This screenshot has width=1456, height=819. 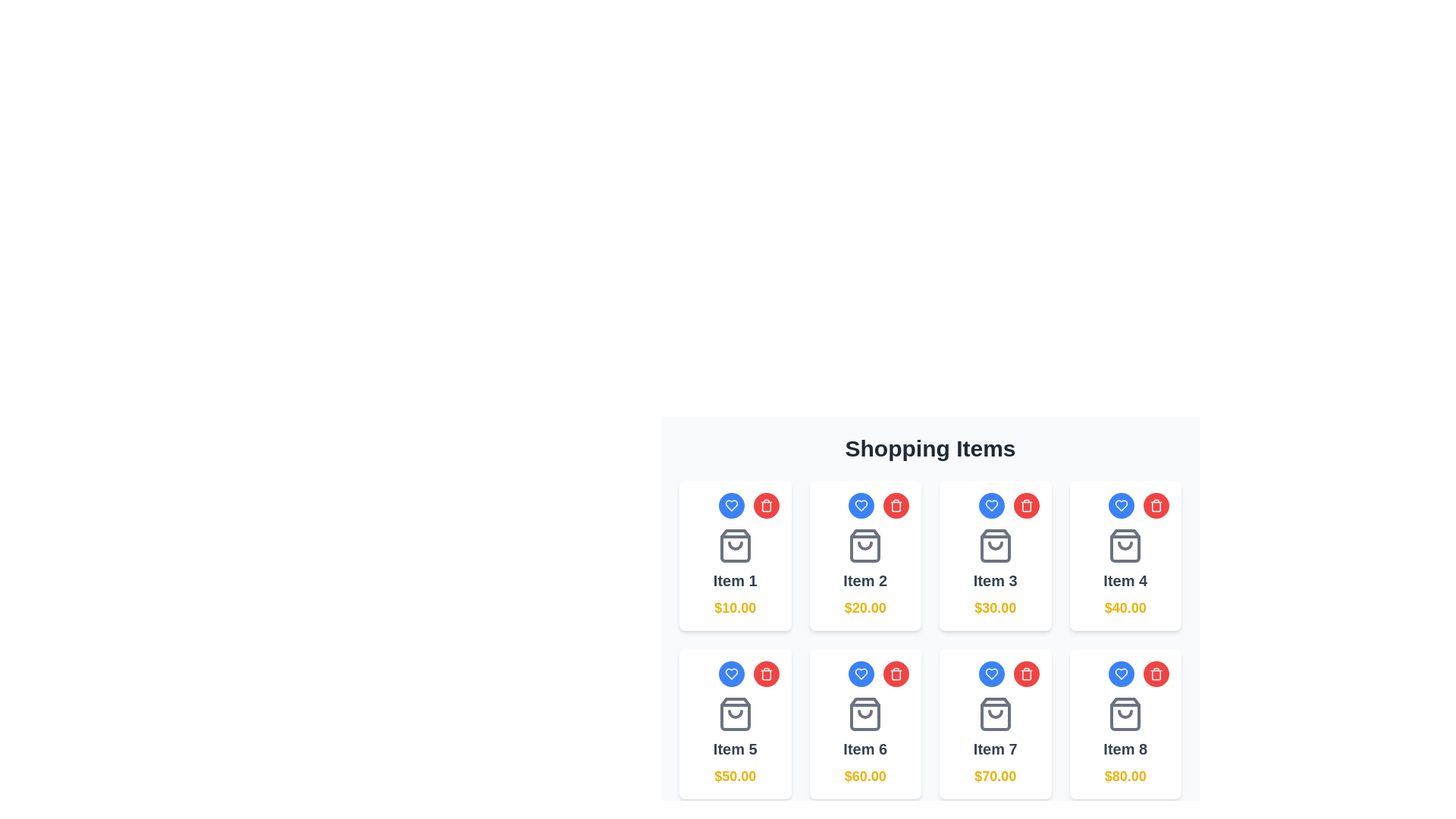 What do you see at coordinates (995, 741) in the screenshot?
I see `the Display card presenting shopping item details, located` at bounding box center [995, 741].